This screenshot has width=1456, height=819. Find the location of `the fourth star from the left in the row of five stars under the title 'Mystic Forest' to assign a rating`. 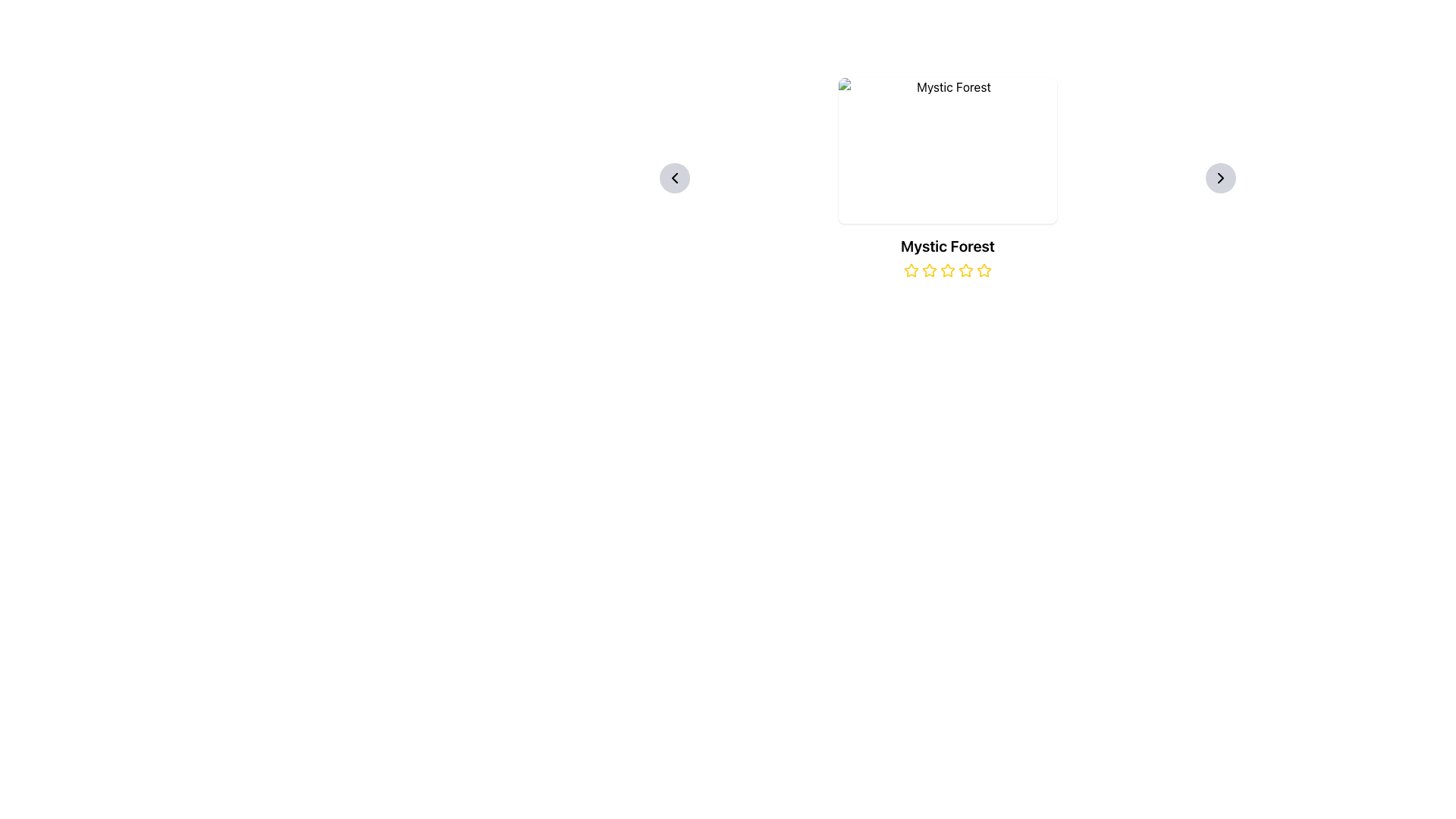

the fourth star from the left in the row of five stars under the title 'Mystic Forest' to assign a rating is located at coordinates (946, 269).